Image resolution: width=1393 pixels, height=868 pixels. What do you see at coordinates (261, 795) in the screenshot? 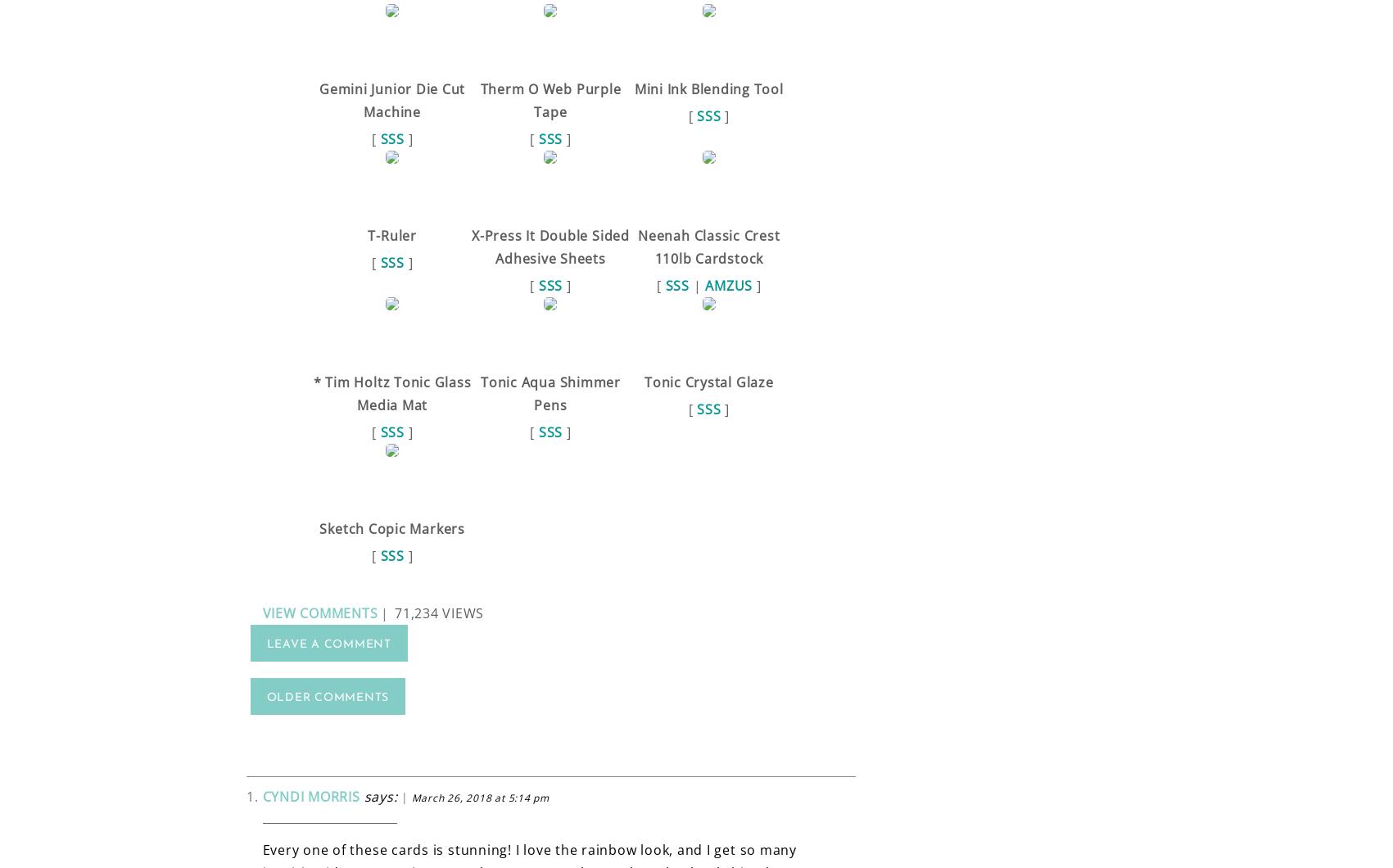
I see `'cyndi morris'` at bounding box center [261, 795].